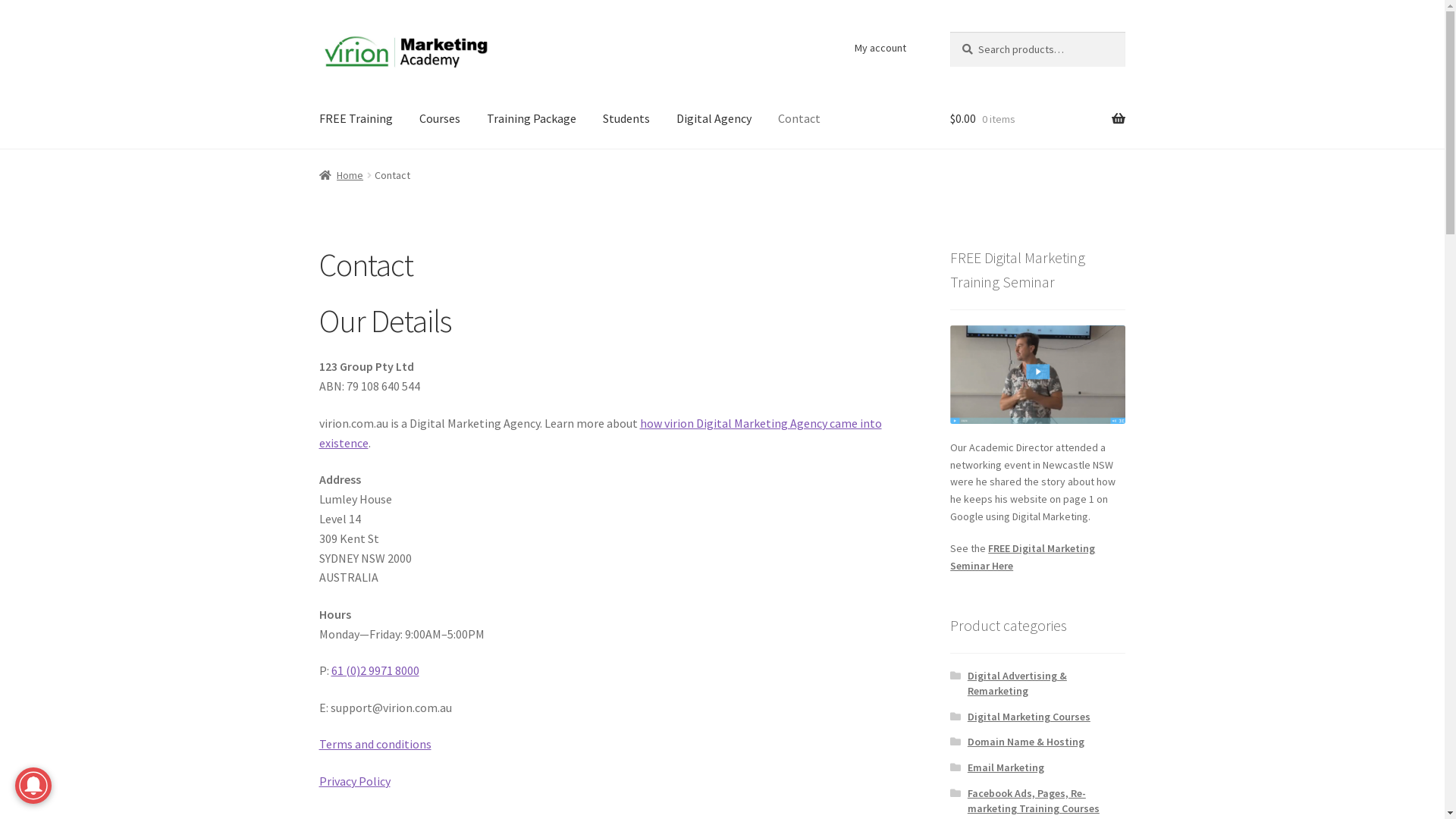 The width and height of the screenshot is (1456, 819). What do you see at coordinates (375, 742) in the screenshot?
I see `'Terms and conditions'` at bounding box center [375, 742].